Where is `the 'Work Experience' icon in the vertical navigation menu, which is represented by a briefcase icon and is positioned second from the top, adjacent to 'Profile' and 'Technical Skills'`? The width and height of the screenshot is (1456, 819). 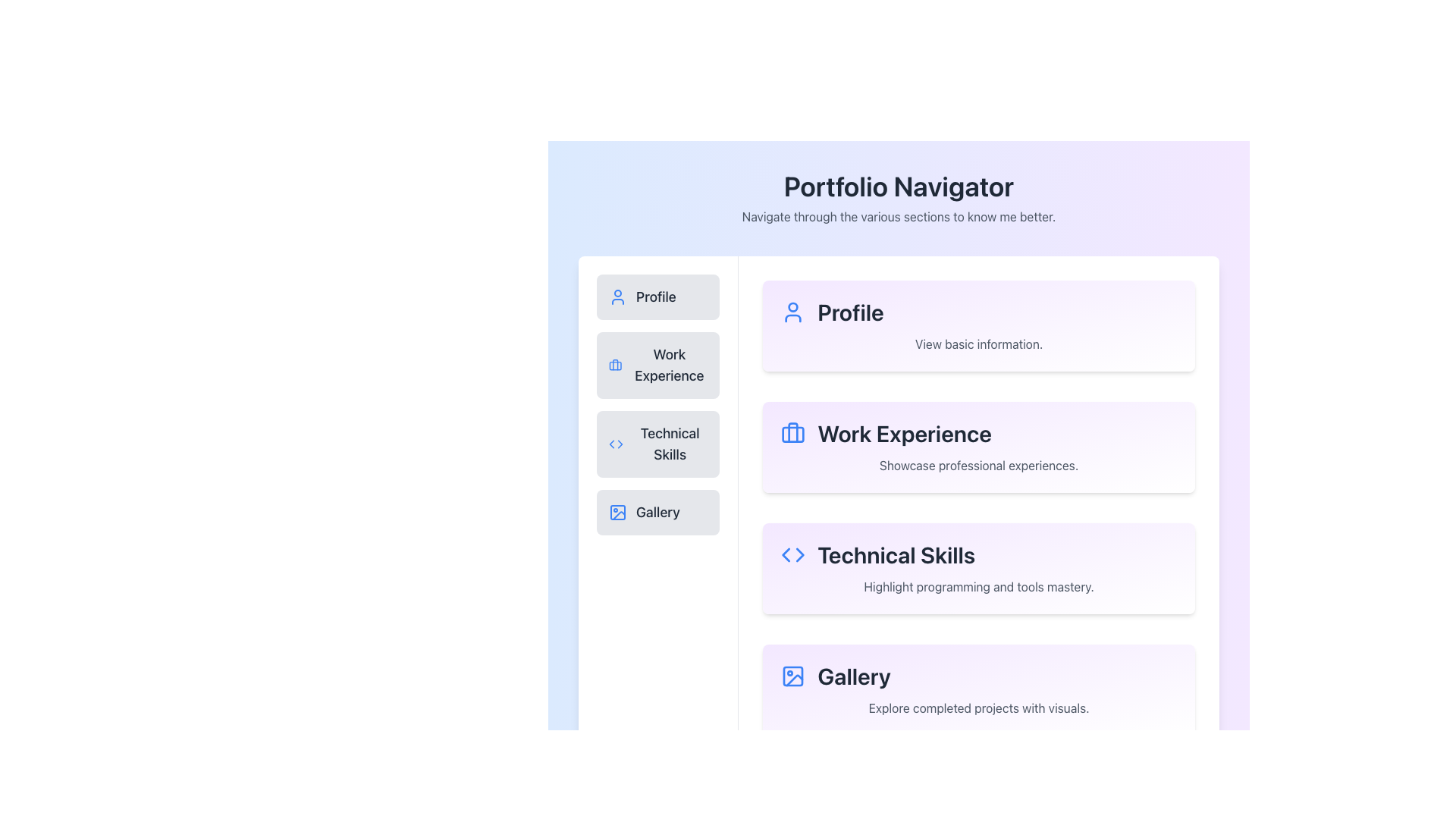
the 'Work Experience' icon in the vertical navigation menu, which is represented by a briefcase icon and is positioned second from the top, adjacent to 'Profile' and 'Technical Skills' is located at coordinates (792, 432).